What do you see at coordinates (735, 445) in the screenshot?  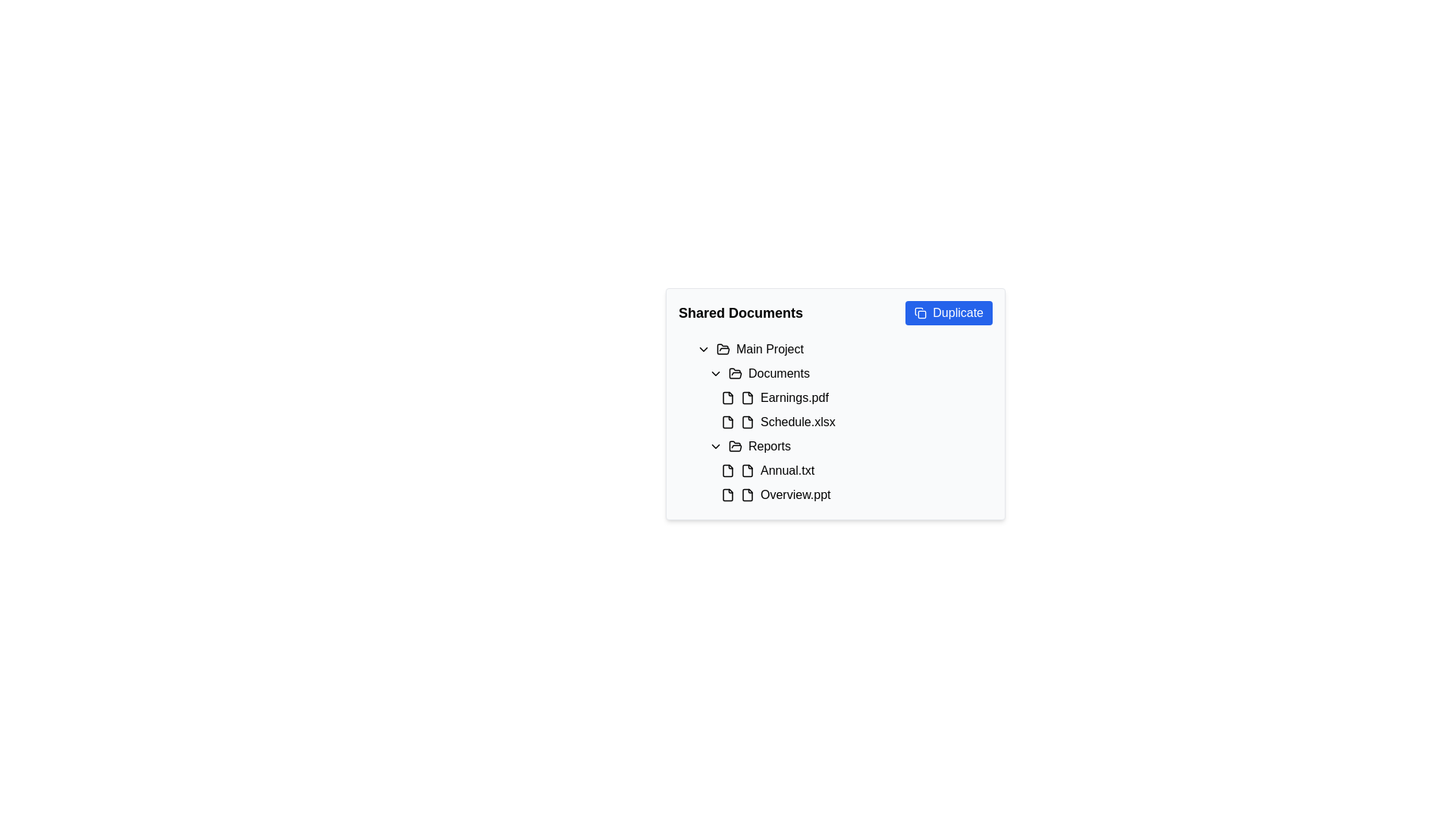 I see `the open folder icon located to the left of the 'Reports' text label in the 'Shared Documents' interface` at bounding box center [735, 445].